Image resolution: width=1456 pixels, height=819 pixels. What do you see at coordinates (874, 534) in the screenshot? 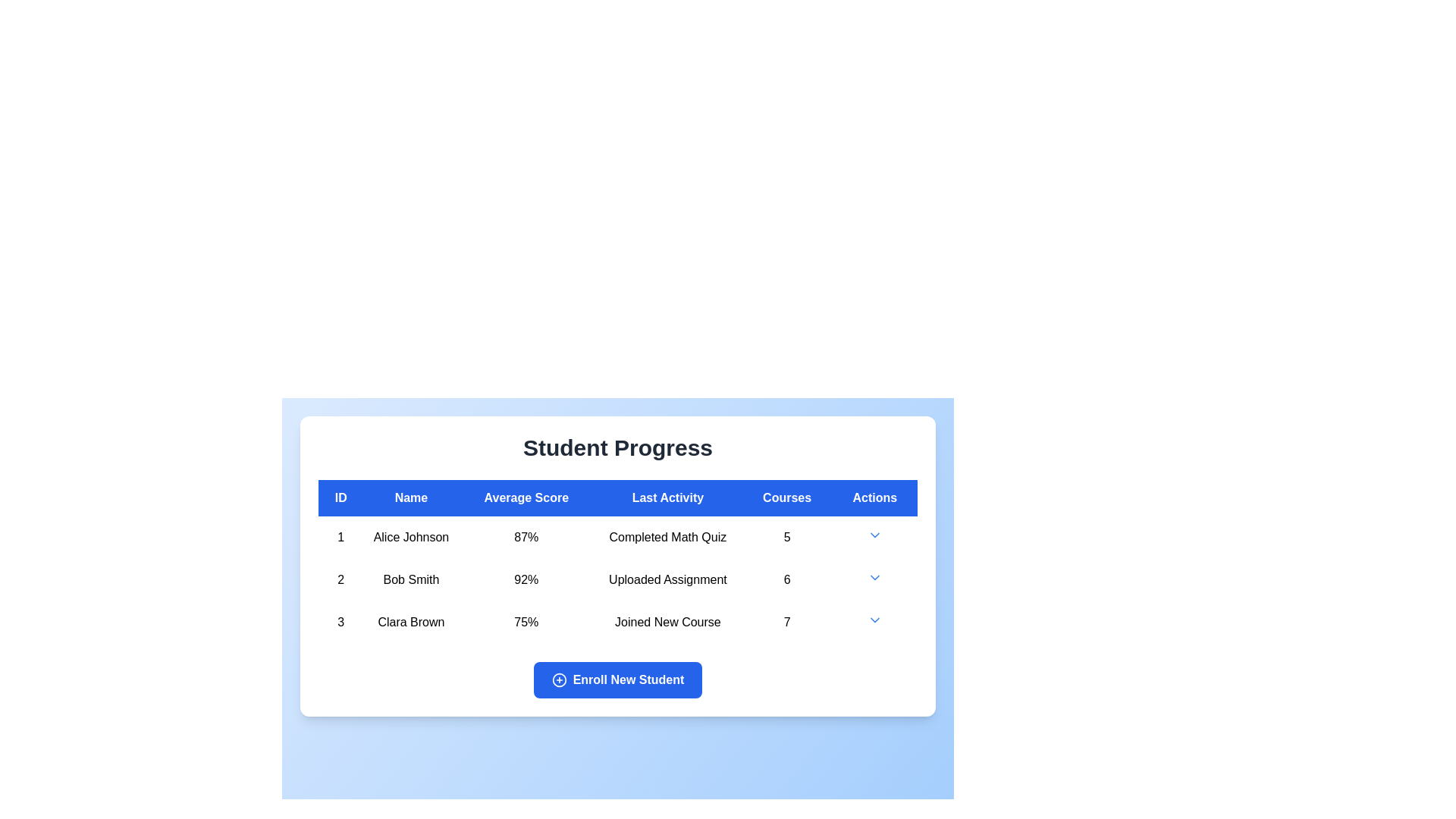
I see `the dropdown toggle icon located at the rightmost end of the first row in the 'Actions' column of the 'Student Progress' table to change its color` at bounding box center [874, 534].